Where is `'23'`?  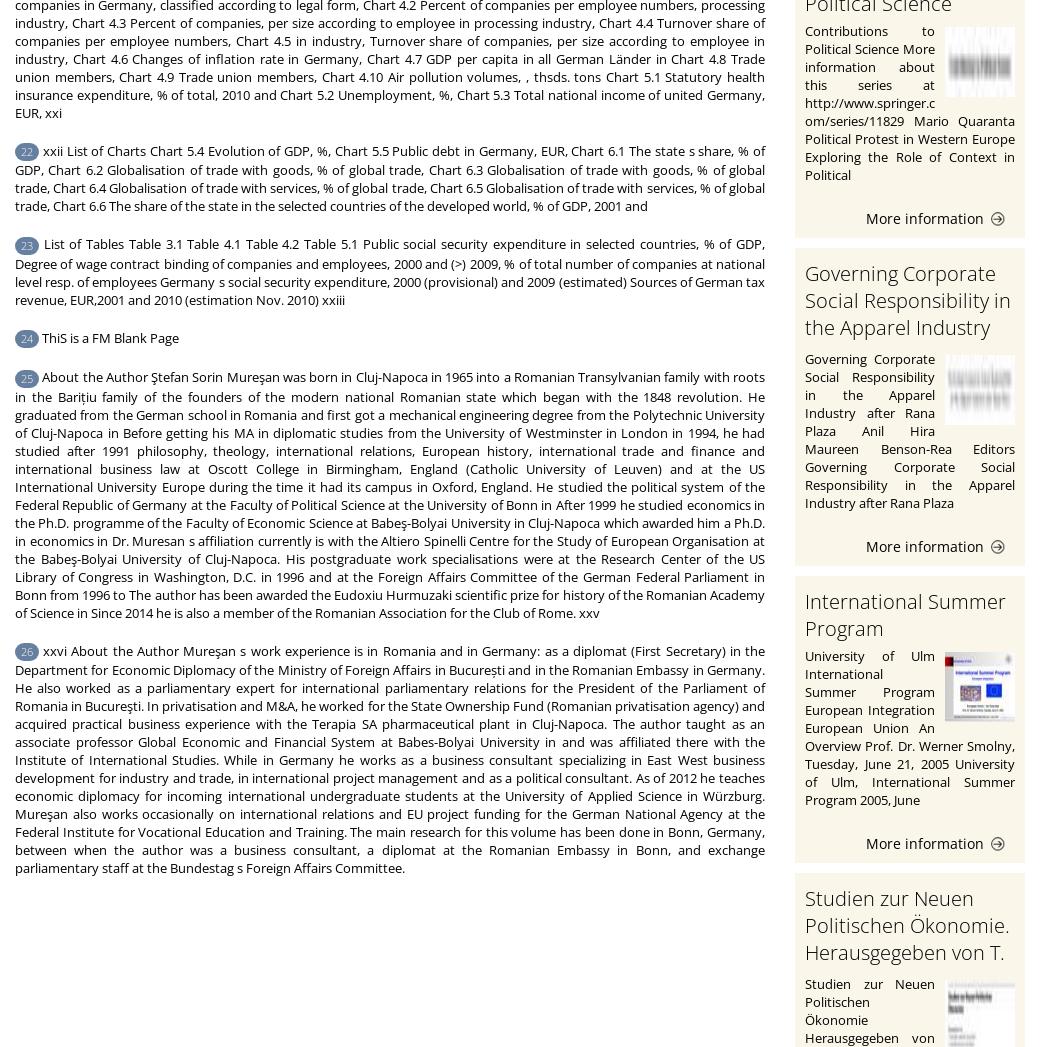 '23' is located at coordinates (26, 244).